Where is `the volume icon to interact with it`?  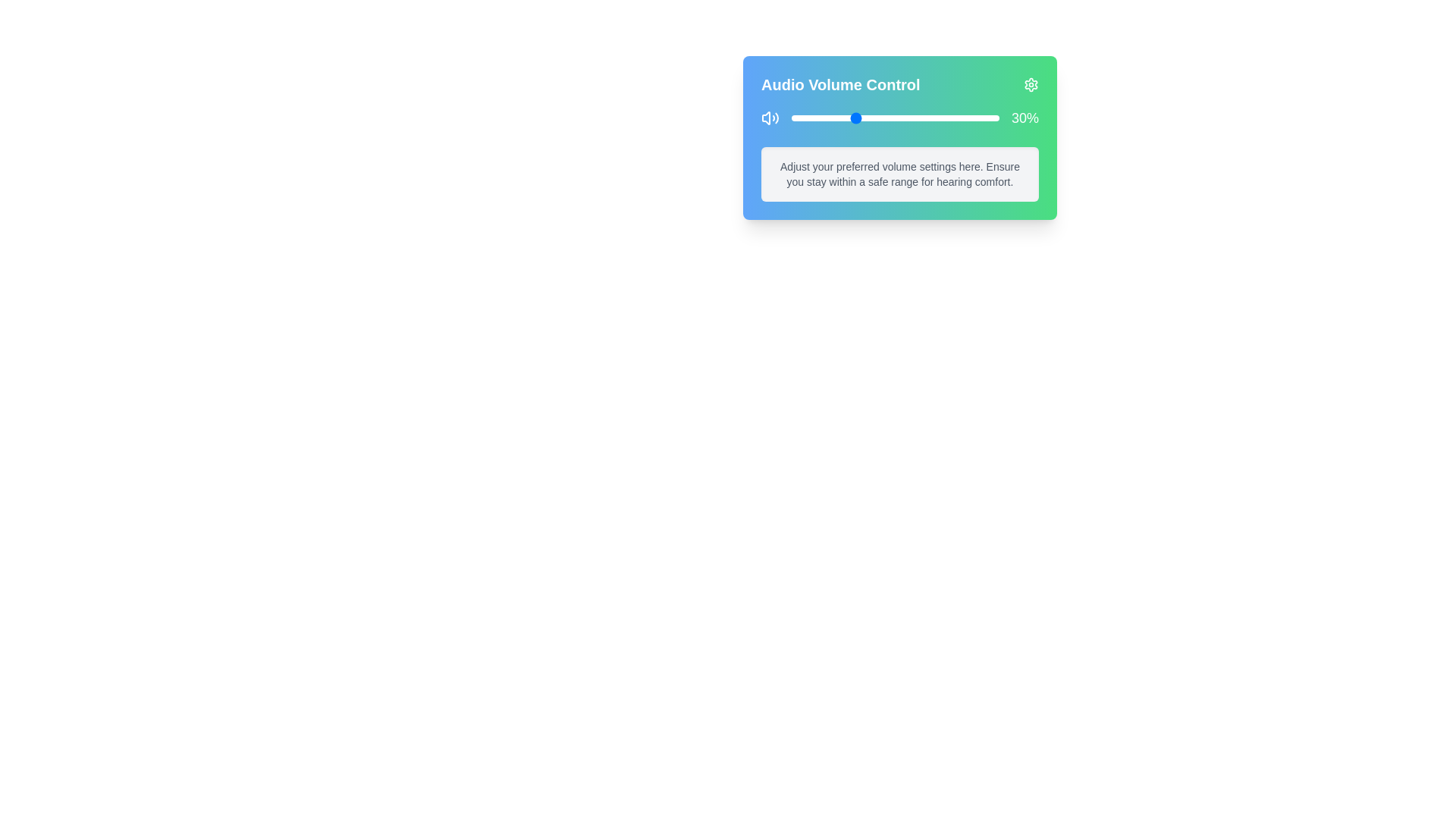 the volume icon to interact with it is located at coordinates (770, 117).